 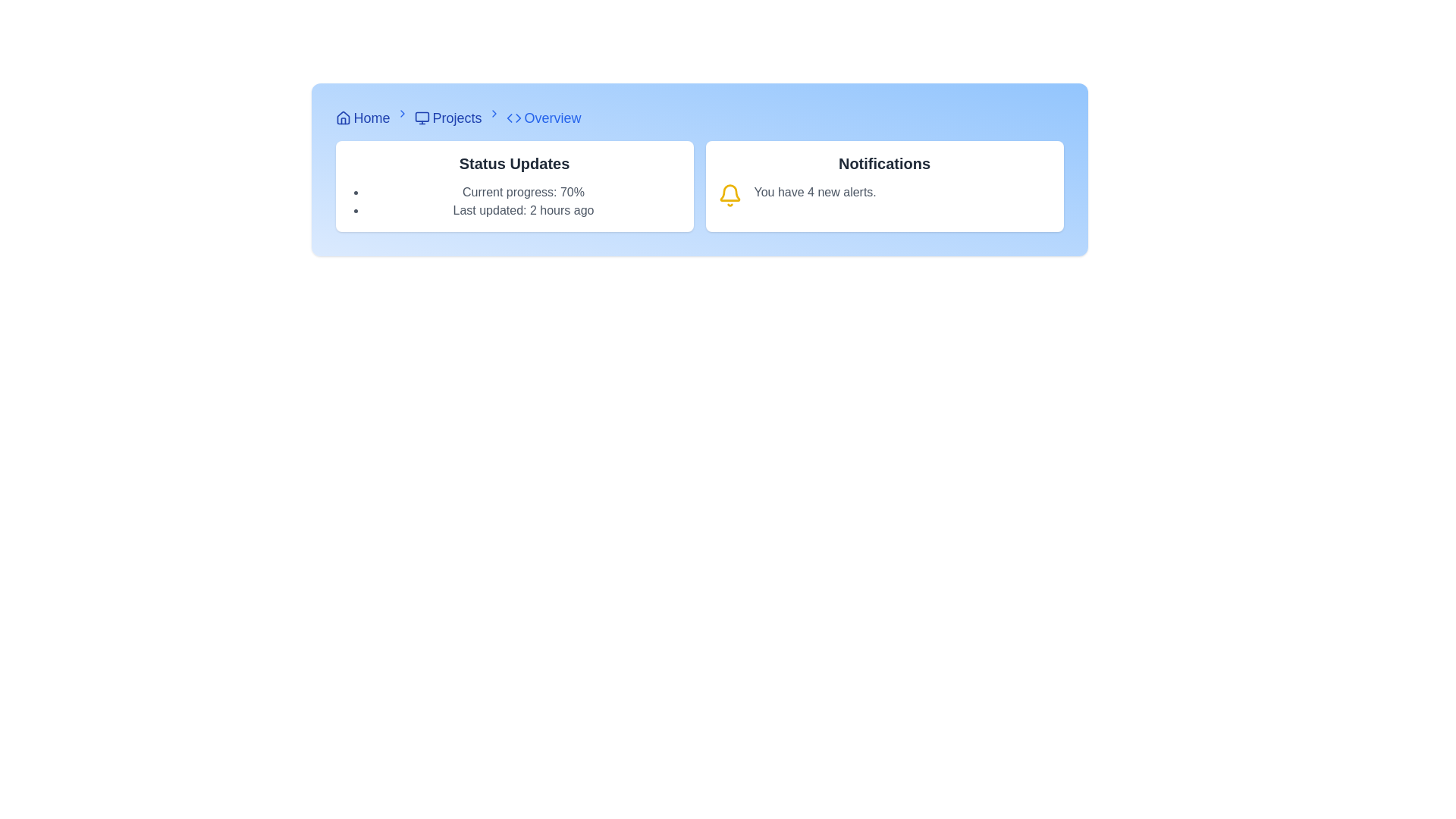 What do you see at coordinates (730, 192) in the screenshot?
I see `the notification icon located in the right-side column under the 'Notifications' section, which visually represents alerts or updates` at bounding box center [730, 192].